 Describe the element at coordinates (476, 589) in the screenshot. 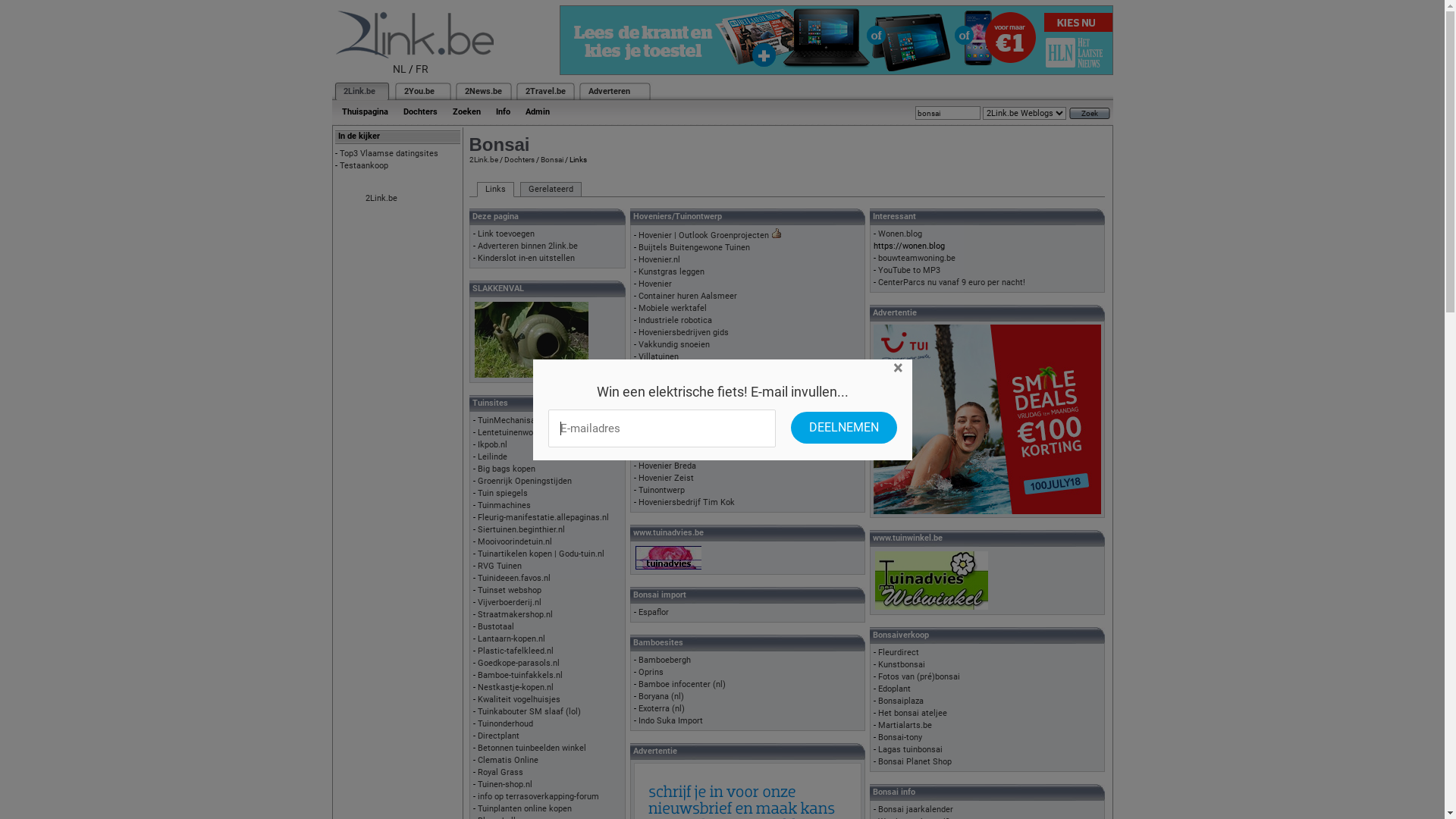

I see `'Tuinset webshop'` at that location.